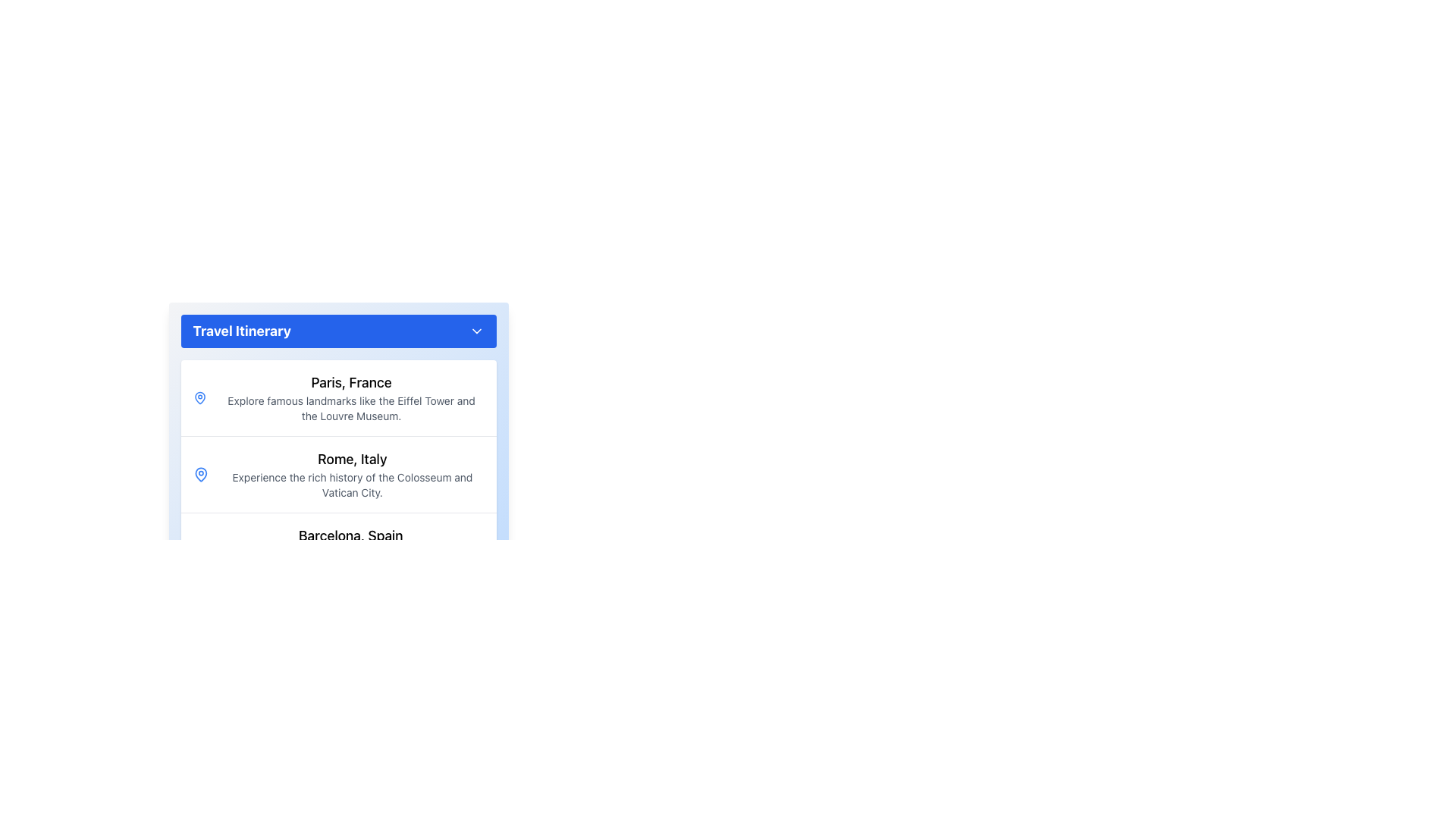 This screenshot has width=1456, height=819. What do you see at coordinates (350, 382) in the screenshot?
I see `the text label displaying 'Paris, France' in bold styling, located at the top of the descriptive section in the travel itinerary interface` at bounding box center [350, 382].